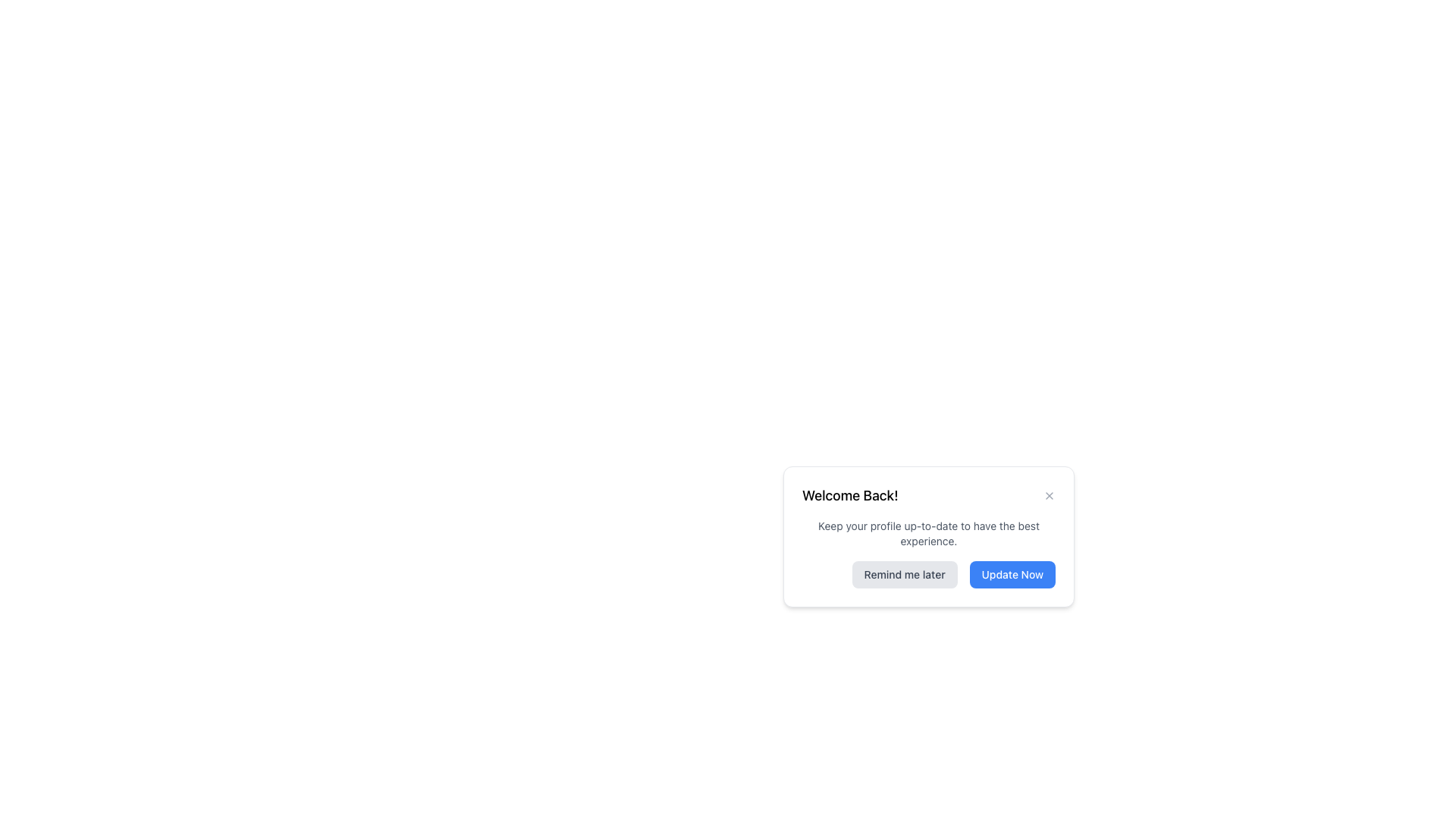 This screenshot has width=1456, height=819. What do you see at coordinates (905, 575) in the screenshot?
I see `the leftmost button in the bottom-right corner of the modal dialog to postpone the action` at bounding box center [905, 575].